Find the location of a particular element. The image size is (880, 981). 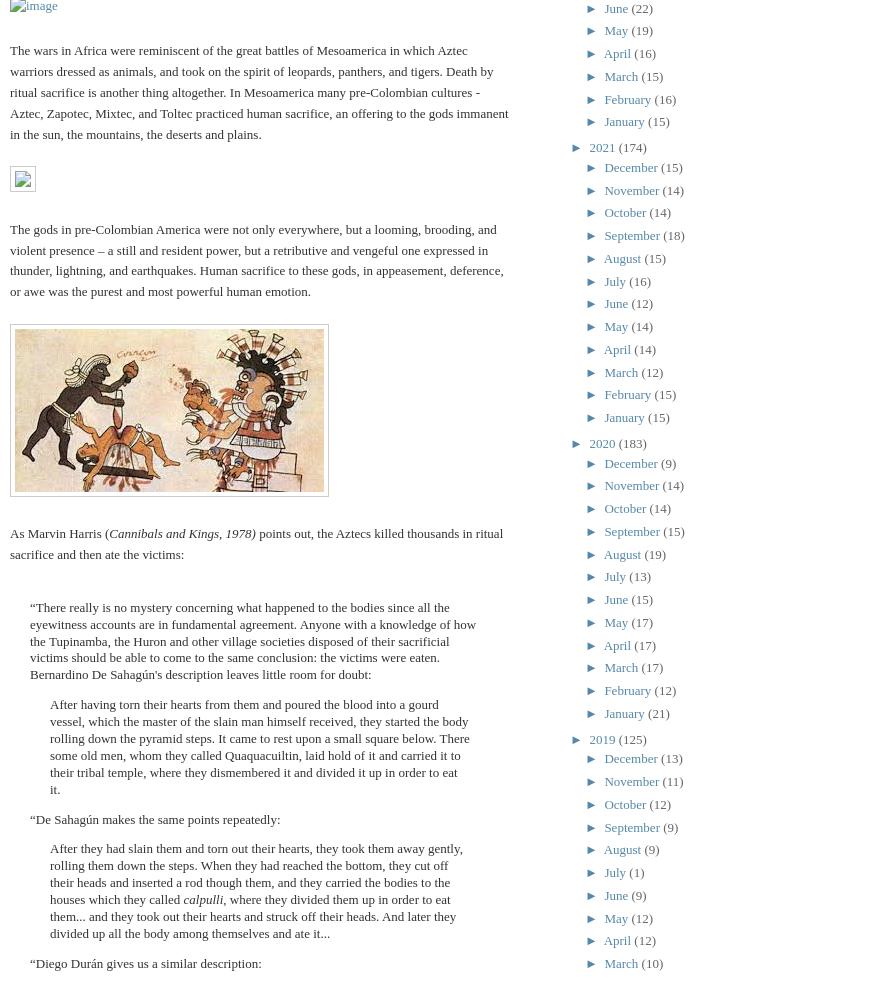

'The gods in pre-Colombian America were not only everywhere, but a looming, brooding, and violent presence – a still and resident power, but a retributive and vengeful one expressed in thunder, lightning, and earthquakes. Human sacrifice to these gods, in appeasement, deference, or awe was the purest and most powerful human emotion.' is located at coordinates (255, 258).